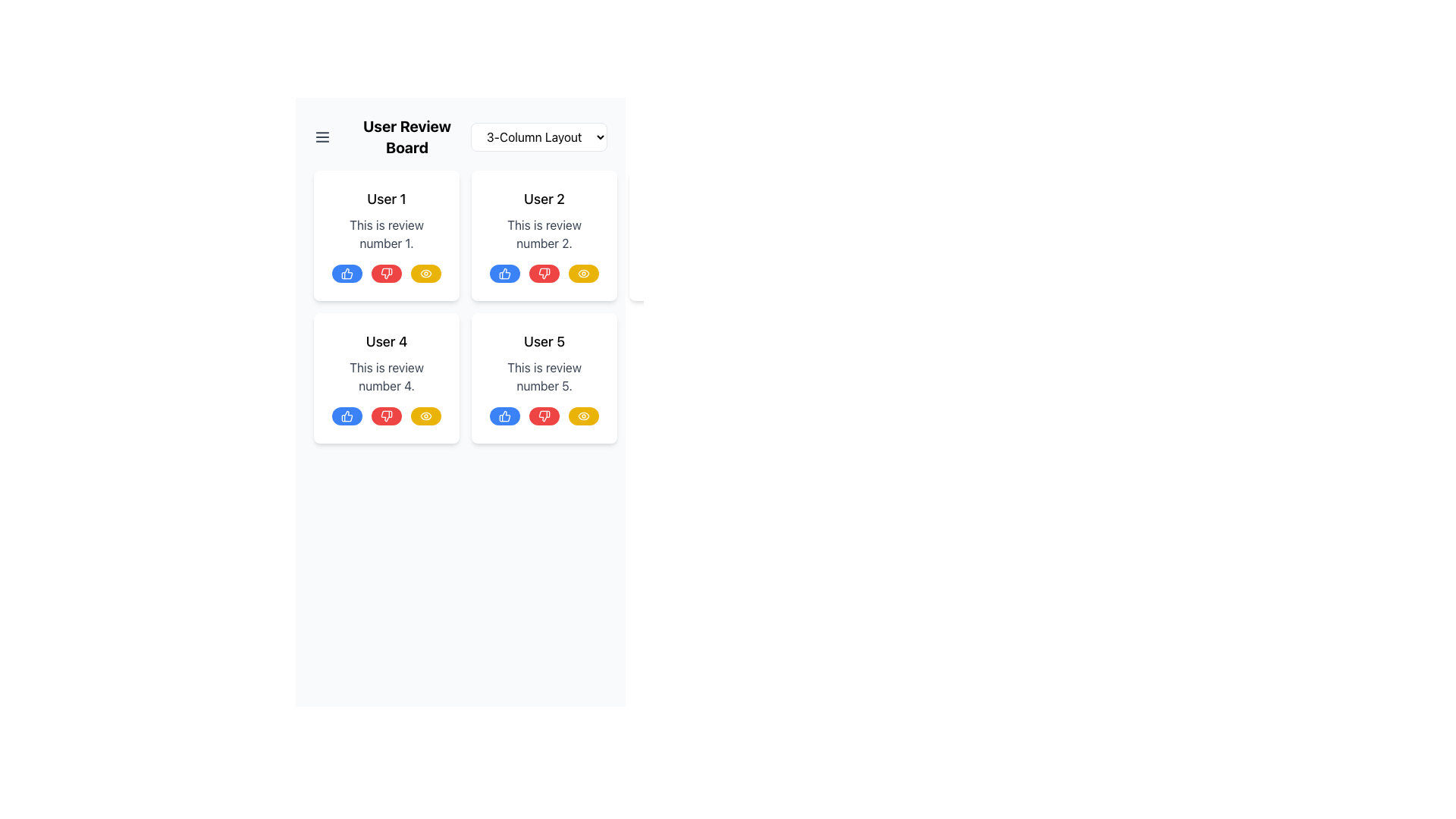  Describe the element at coordinates (505, 274) in the screenshot. I see `the blue circular icon button located at the bottom-left section of each user review card` at that location.